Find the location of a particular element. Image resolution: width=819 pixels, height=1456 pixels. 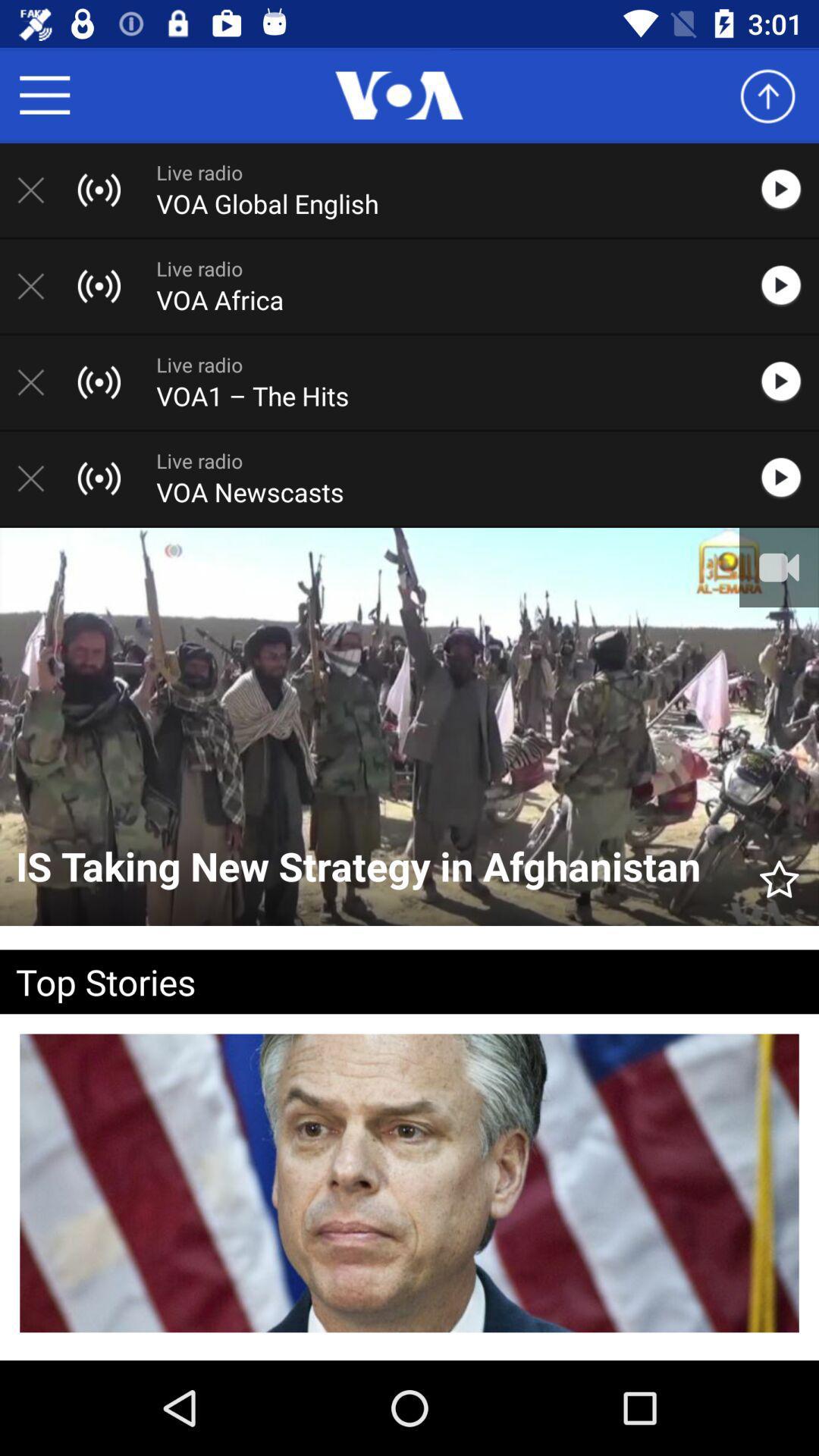

radio channel is located at coordinates (38, 189).